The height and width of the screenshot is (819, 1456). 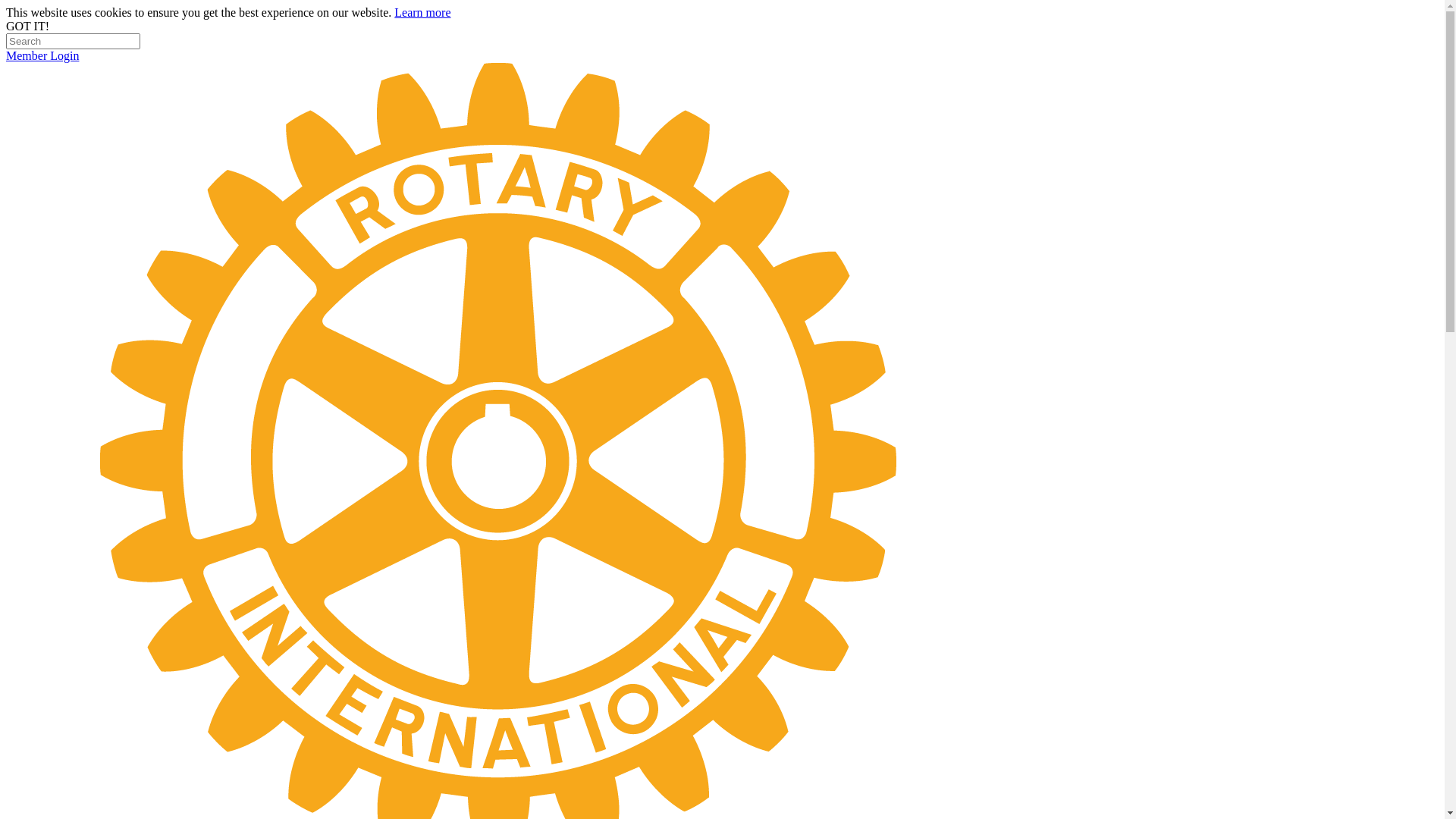 What do you see at coordinates (394, 12) in the screenshot?
I see `'Learn more'` at bounding box center [394, 12].